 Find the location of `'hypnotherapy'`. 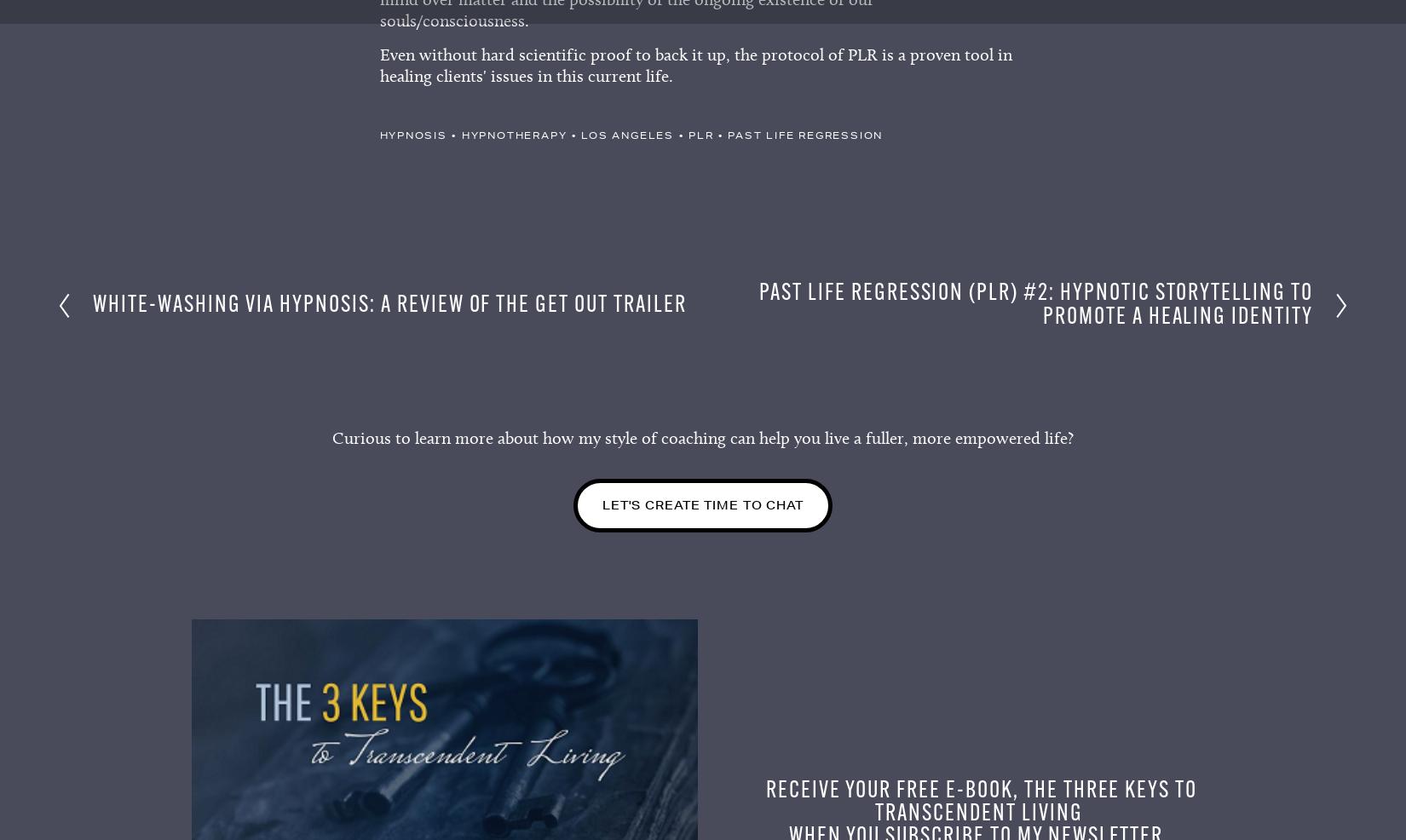

'hypnotherapy' is located at coordinates (513, 140).